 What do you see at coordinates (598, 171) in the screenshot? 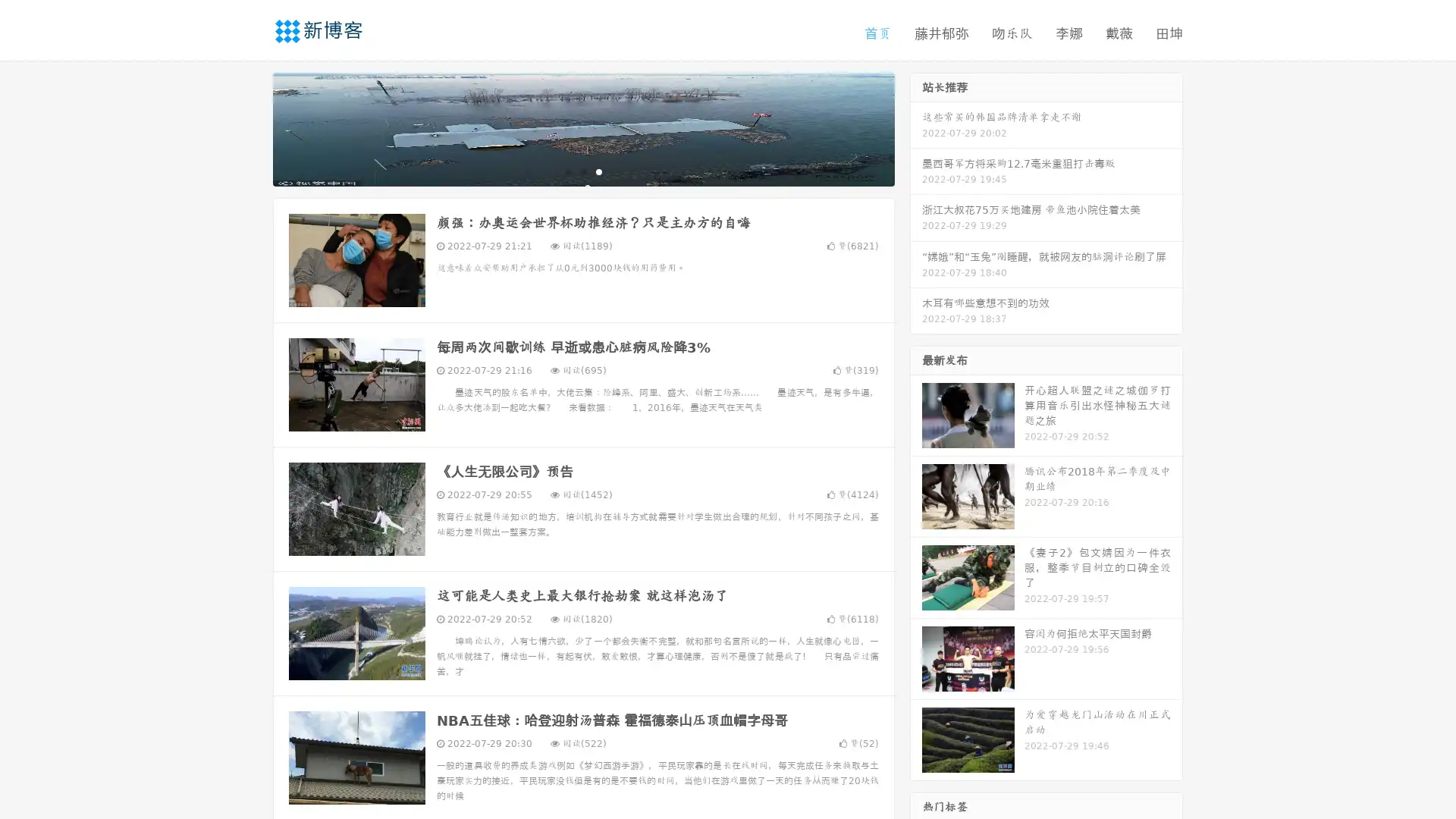
I see `Go to slide 3` at bounding box center [598, 171].